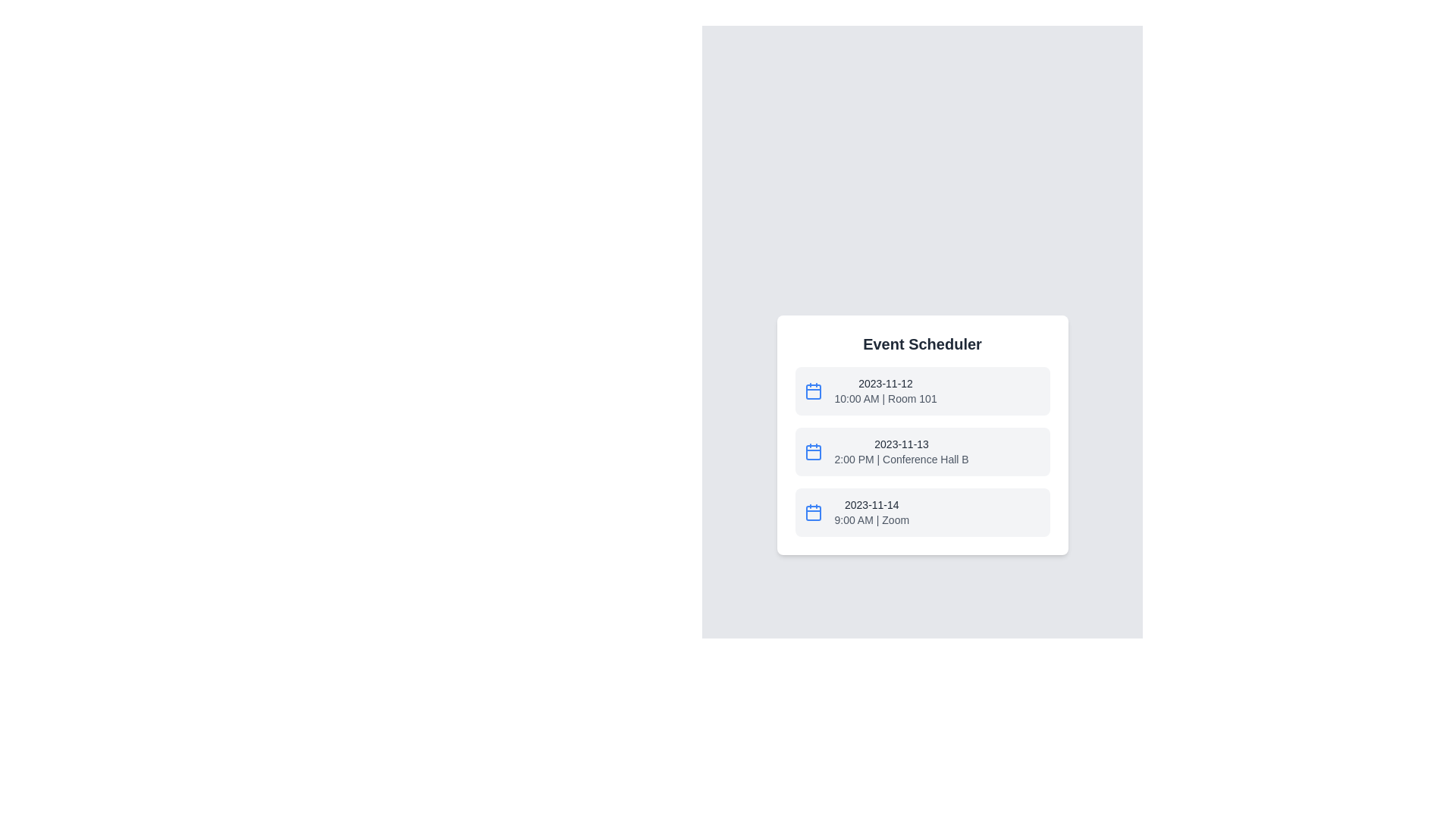 This screenshot has width=1456, height=819. Describe the element at coordinates (902, 458) in the screenshot. I see `displayed information regarding the time and venue of the event, which is located below the event date '2023-11-13' in the event scheduler's list` at that location.